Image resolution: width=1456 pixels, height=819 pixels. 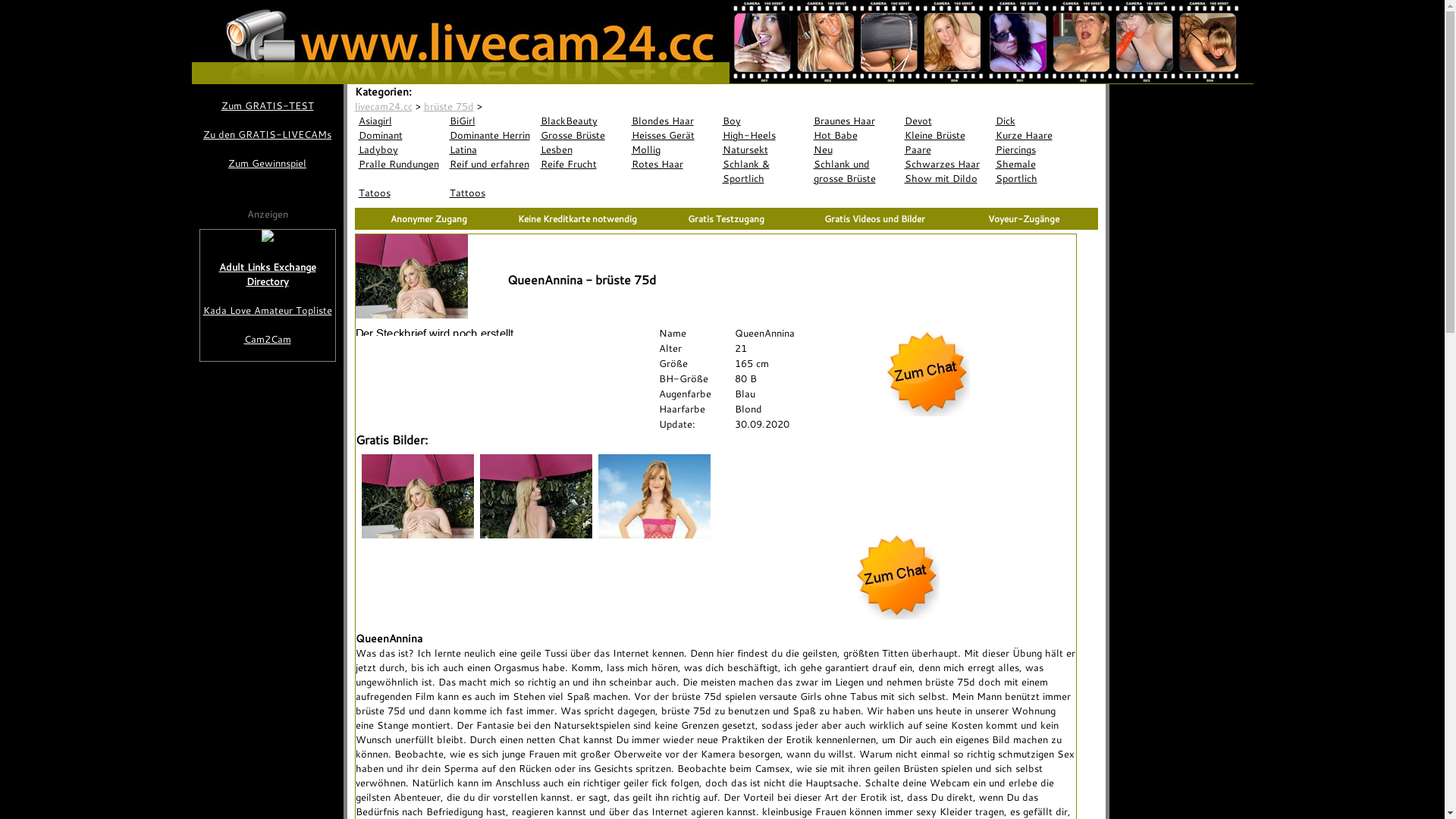 What do you see at coordinates (673, 149) in the screenshot?
I see `'Mollig'` at bounding box center [673, 149].